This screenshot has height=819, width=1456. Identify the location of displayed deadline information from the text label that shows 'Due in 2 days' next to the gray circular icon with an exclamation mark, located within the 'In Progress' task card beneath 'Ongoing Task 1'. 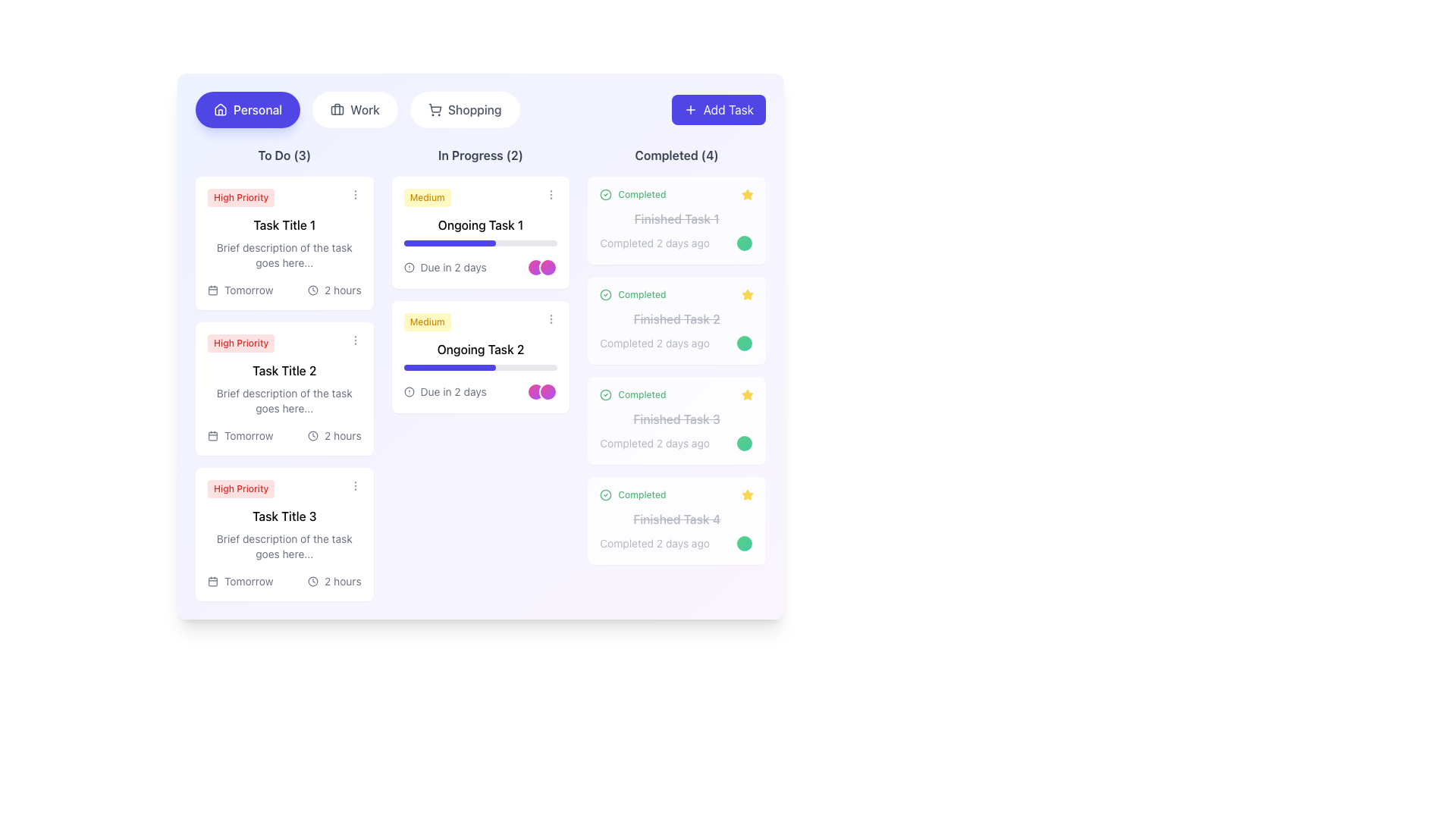
(444, 267).